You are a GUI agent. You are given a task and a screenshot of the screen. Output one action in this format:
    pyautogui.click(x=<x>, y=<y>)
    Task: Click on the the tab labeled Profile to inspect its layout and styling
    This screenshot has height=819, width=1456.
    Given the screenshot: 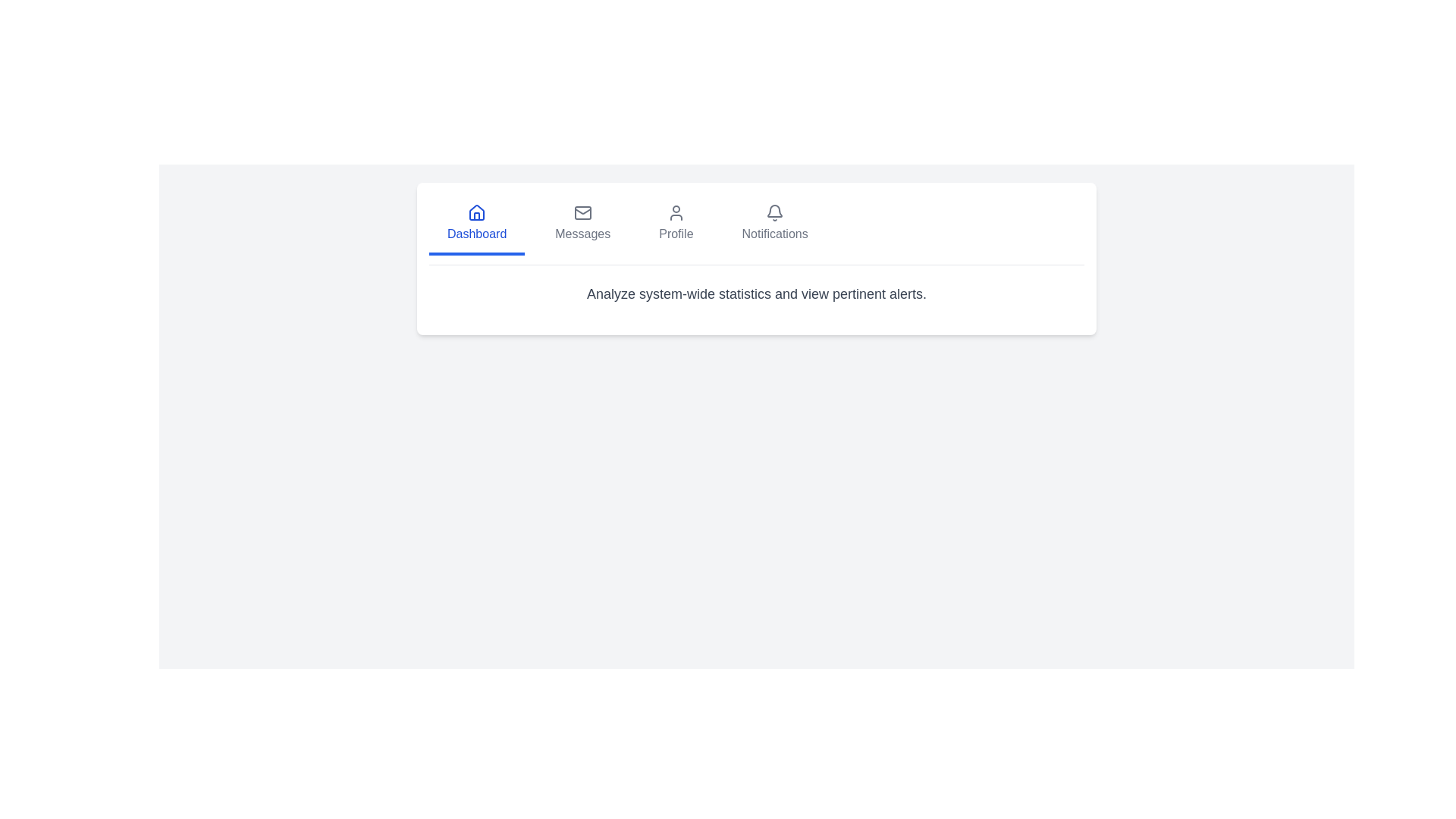 What is the action you would take?
    pyautogui.click(x=675, y=225)
    